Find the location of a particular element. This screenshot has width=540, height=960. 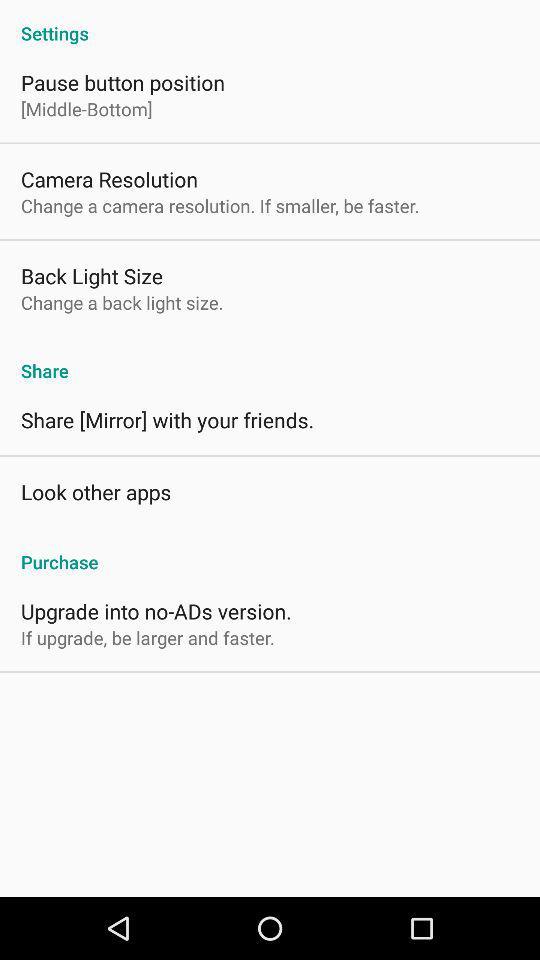

the upgrade into no icon is located at coordinates (155, 610).